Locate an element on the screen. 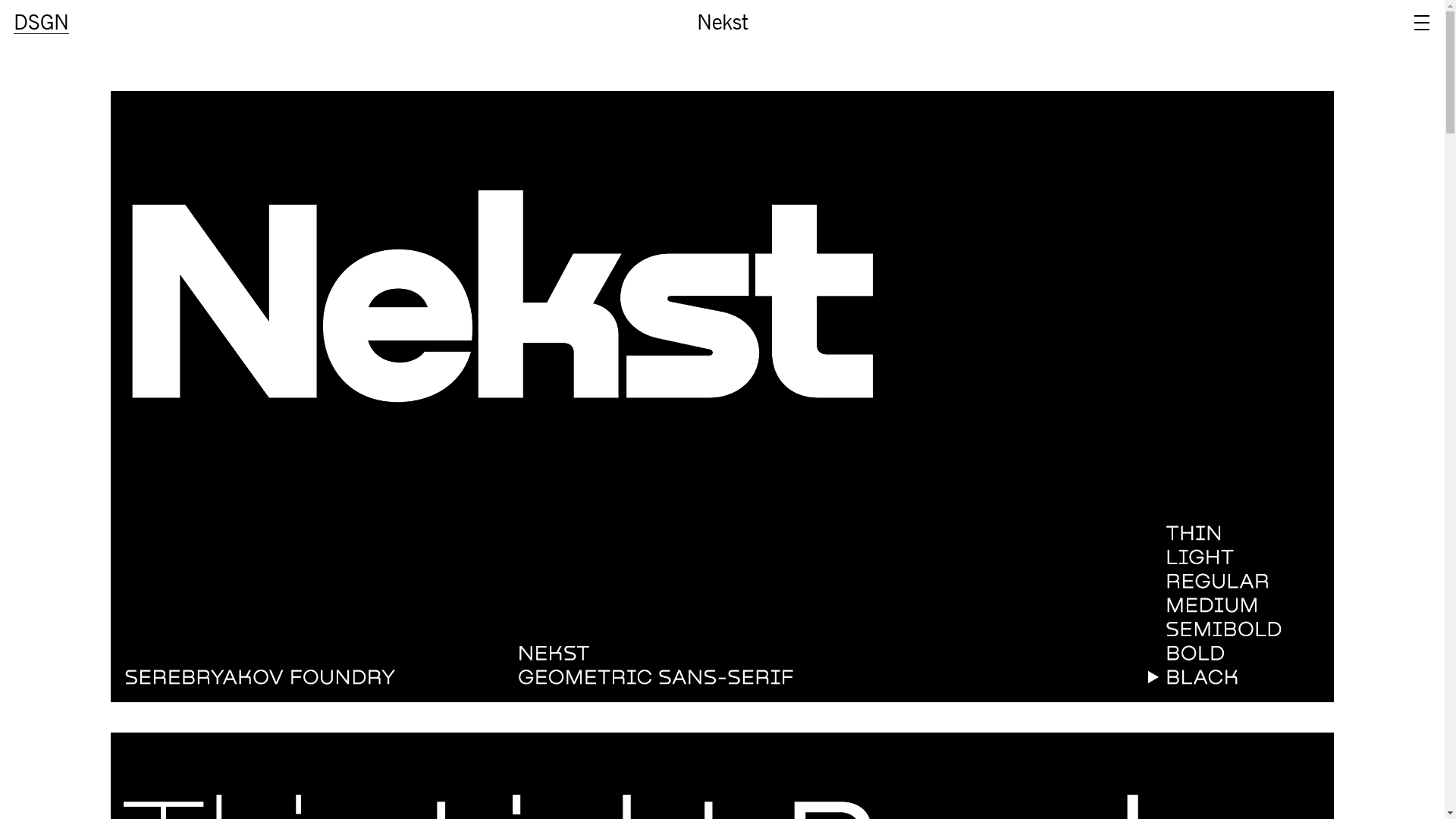 Image resolution: width=1456 pixels, height=819 pixels. 'DSGN' is located at coordinates (42, 23).